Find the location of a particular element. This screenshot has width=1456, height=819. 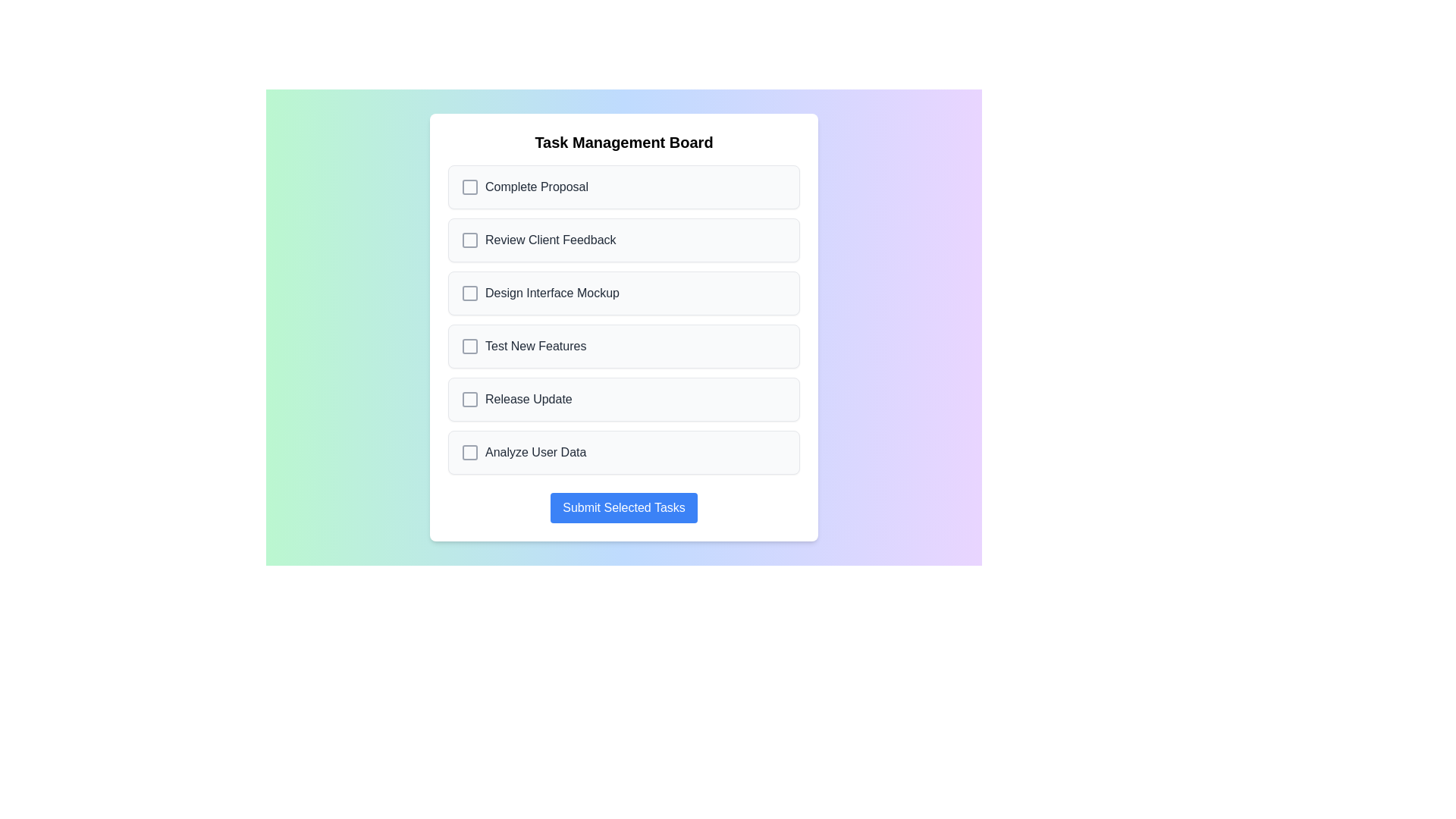

the 'Submit Selected Tasks' button to submit the selected tasks is located at coordinates (623, 508).